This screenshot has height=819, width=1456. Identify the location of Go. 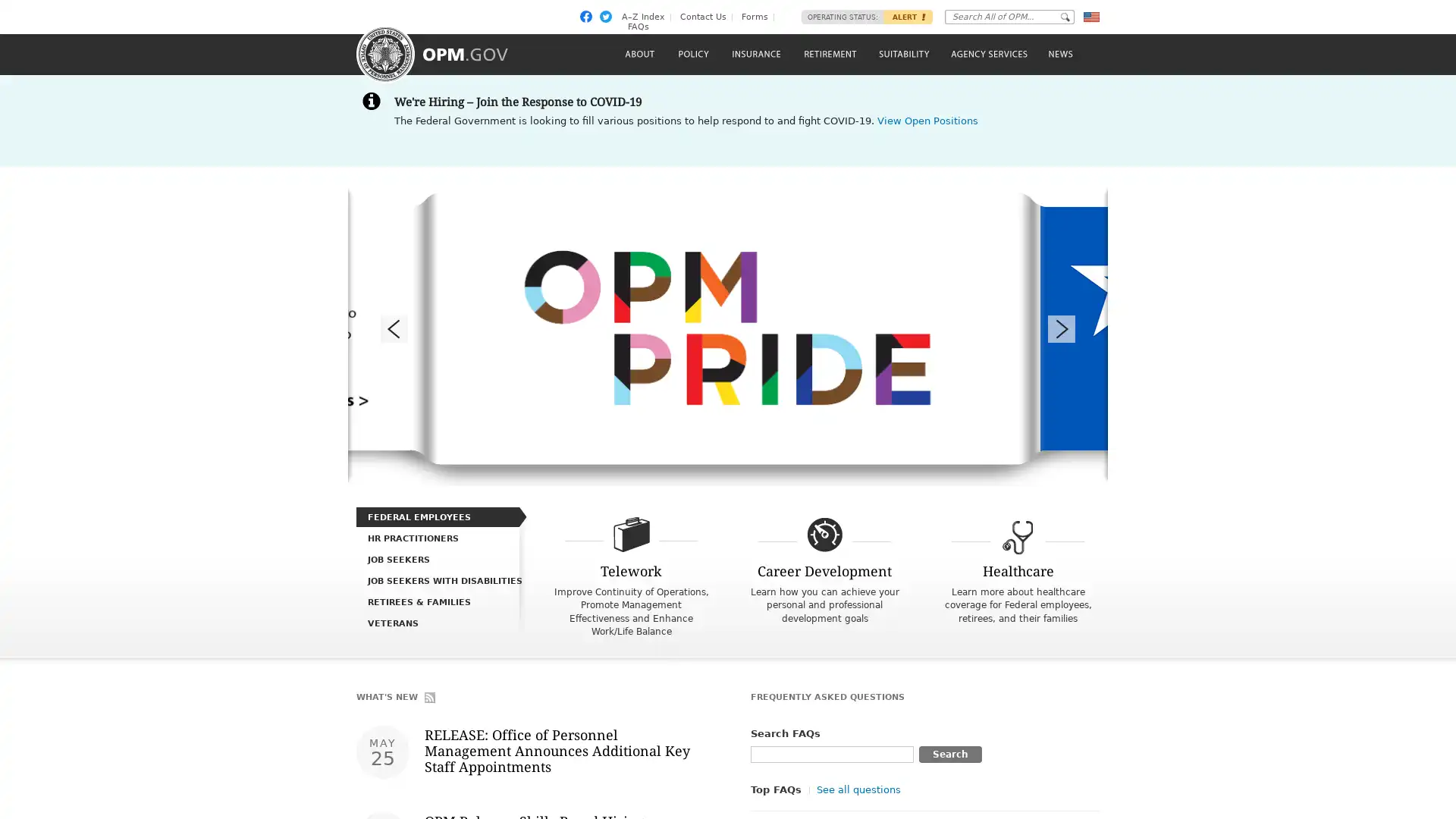
(1065, 17).